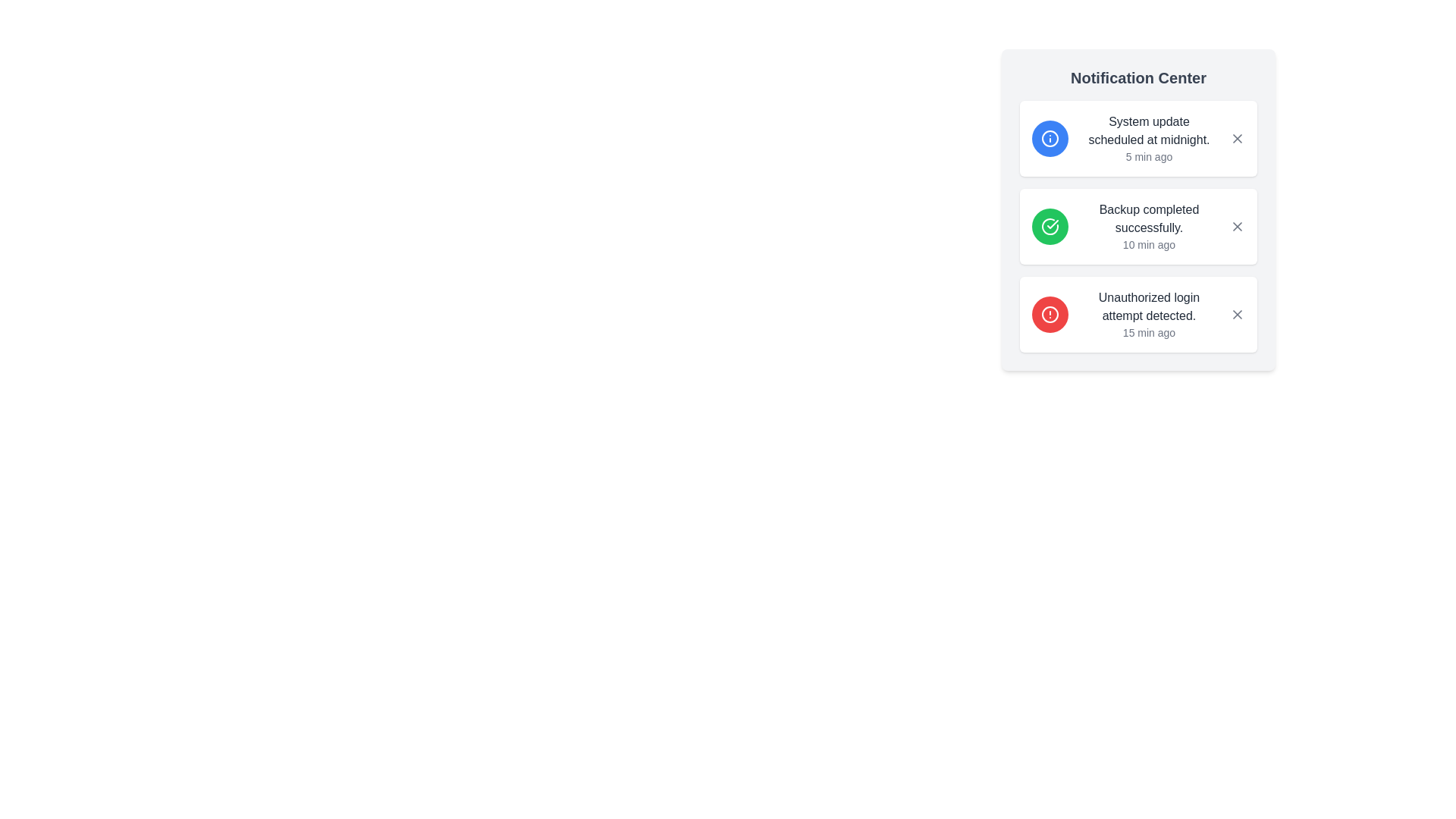 This screenshot has width=1456, height=819. What do you see at coordinates (1149, 314) in the screenshot?
I see `the third notification message in the Notification Center which alerts about an unauthorized login attempt` at bounding box center [1149, 314].